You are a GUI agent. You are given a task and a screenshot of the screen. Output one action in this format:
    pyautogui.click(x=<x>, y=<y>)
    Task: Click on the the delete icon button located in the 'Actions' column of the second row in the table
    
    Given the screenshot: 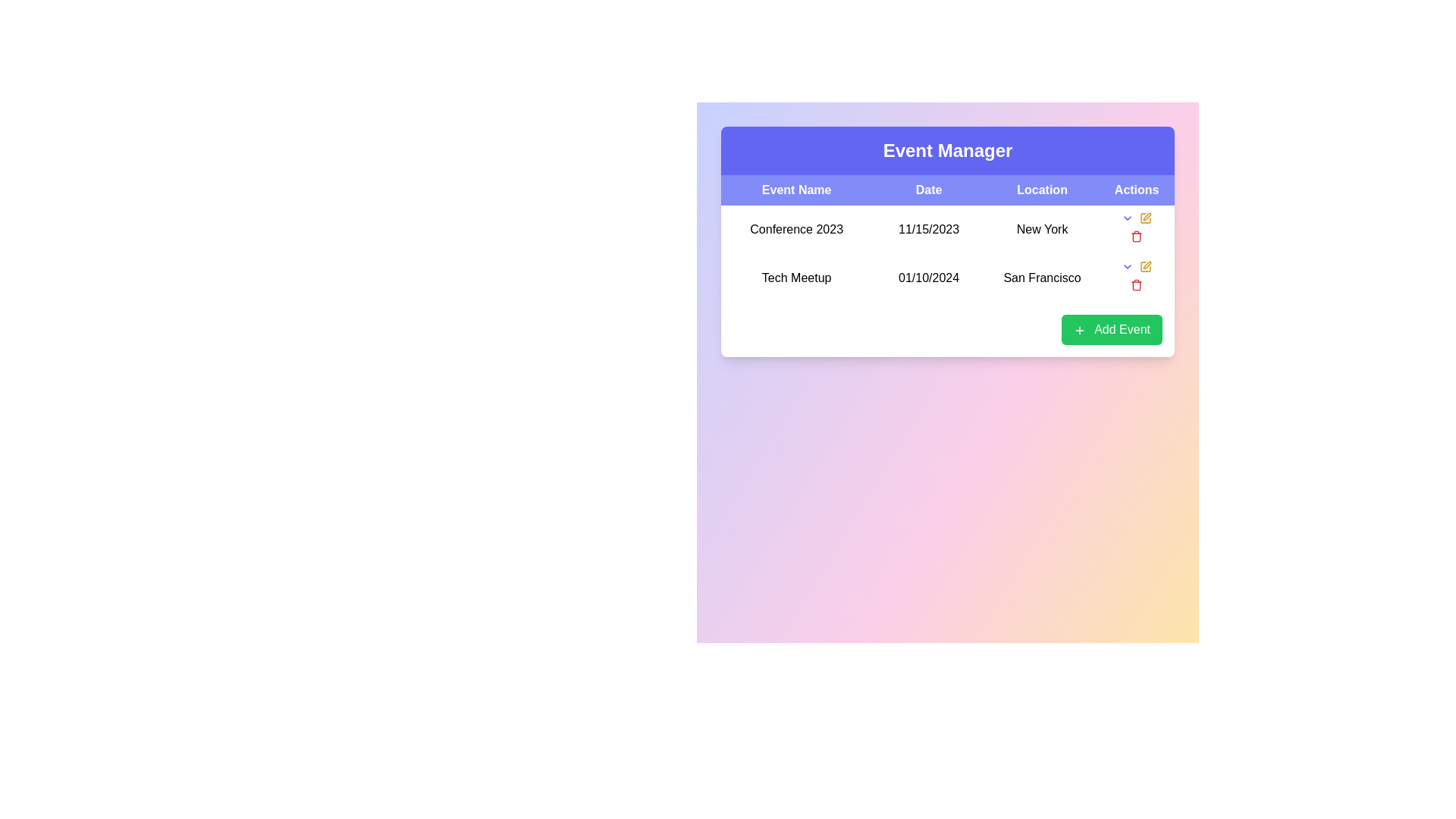 What is the action you would take?
    pyautogui.click(x=1137, y=284)
    